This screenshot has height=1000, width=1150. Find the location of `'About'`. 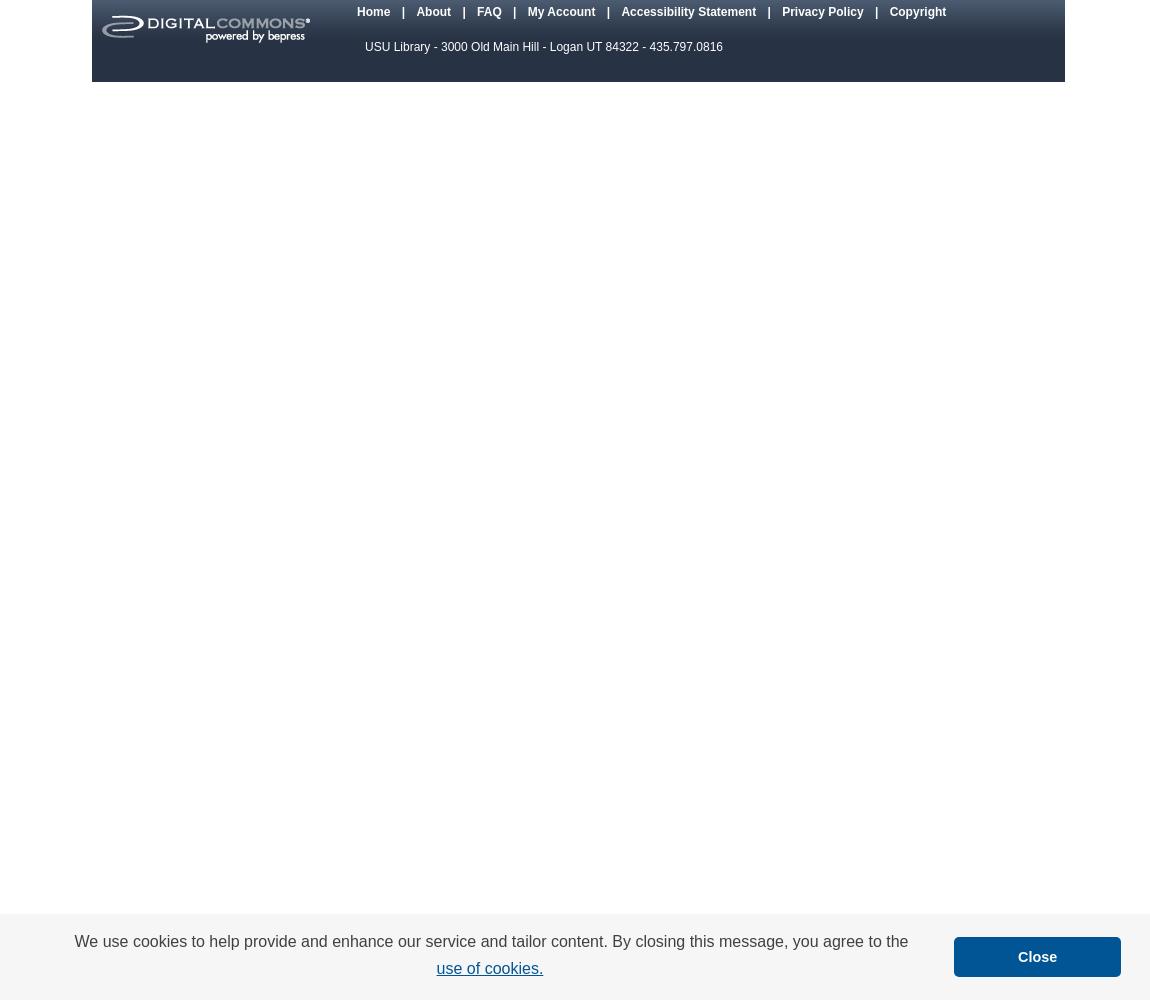

'About' is located at coordinates (435, 11).